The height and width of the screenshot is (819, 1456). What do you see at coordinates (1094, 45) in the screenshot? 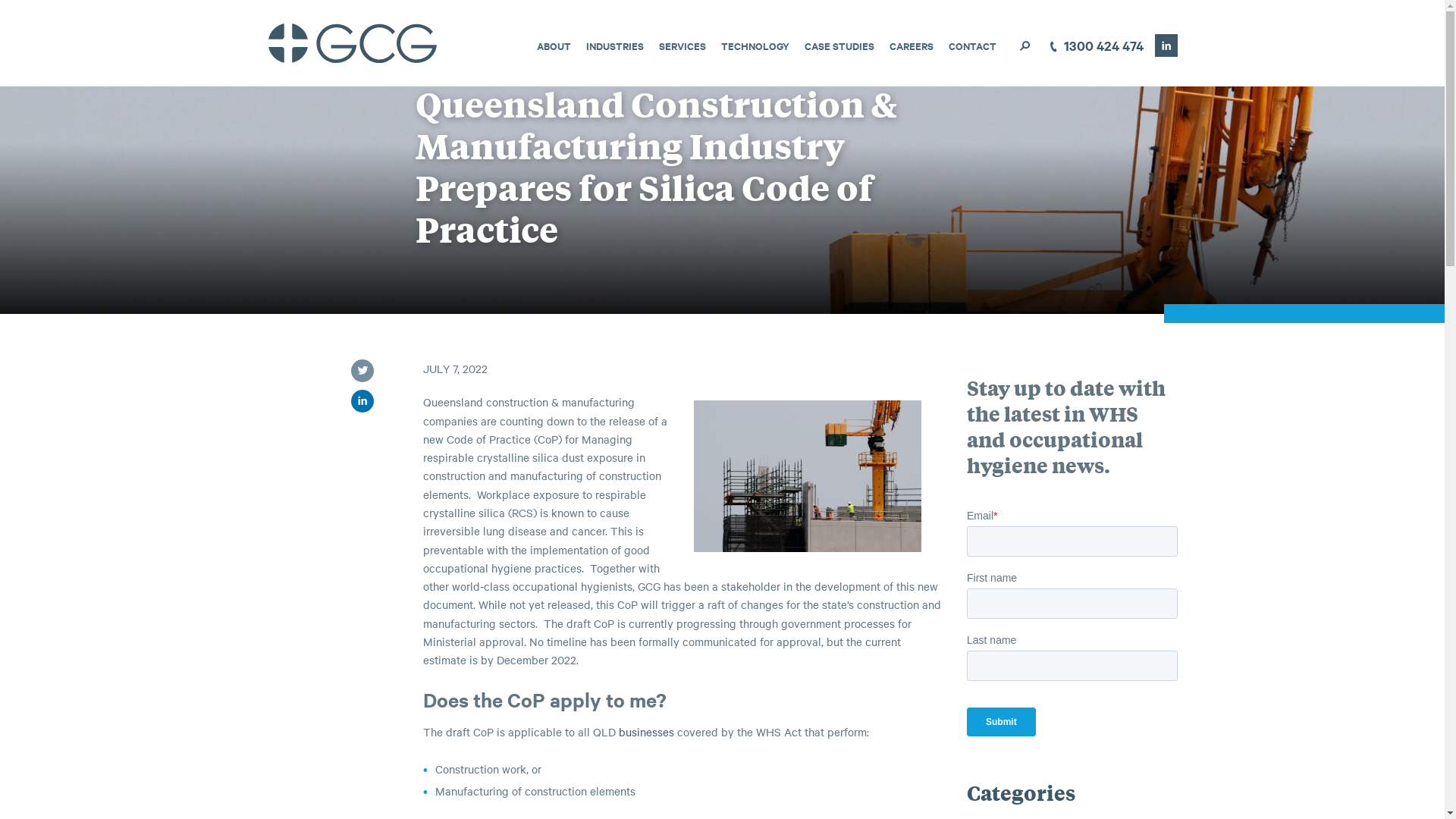
I see `'1300 424 474'` at bounding box center [1094, 45].